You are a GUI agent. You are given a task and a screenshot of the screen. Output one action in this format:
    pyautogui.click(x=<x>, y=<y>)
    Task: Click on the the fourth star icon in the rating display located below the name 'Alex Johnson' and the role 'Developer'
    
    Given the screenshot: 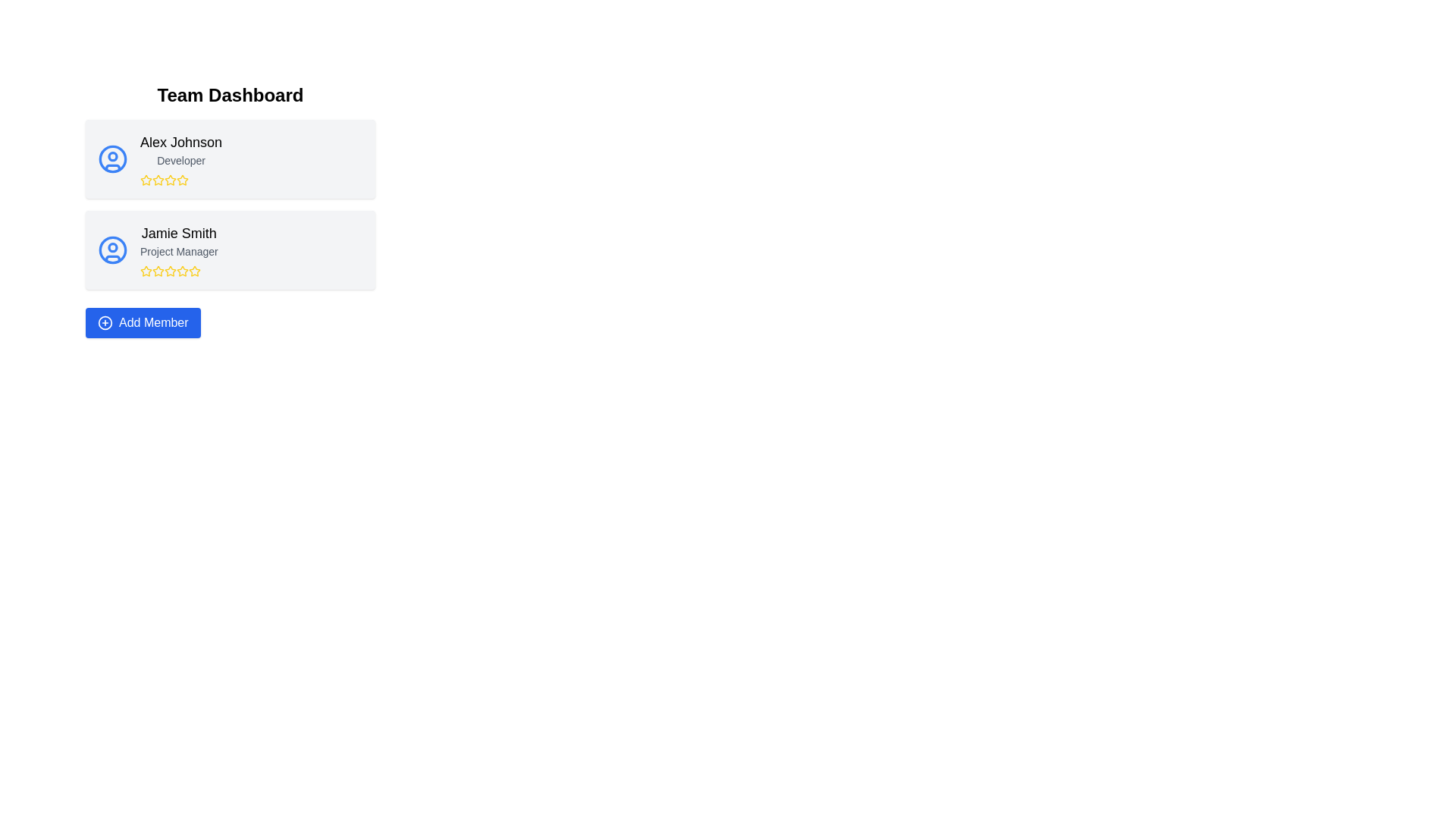 What is the action you would take?
    pyautogui.click(x=182, y=180)
    